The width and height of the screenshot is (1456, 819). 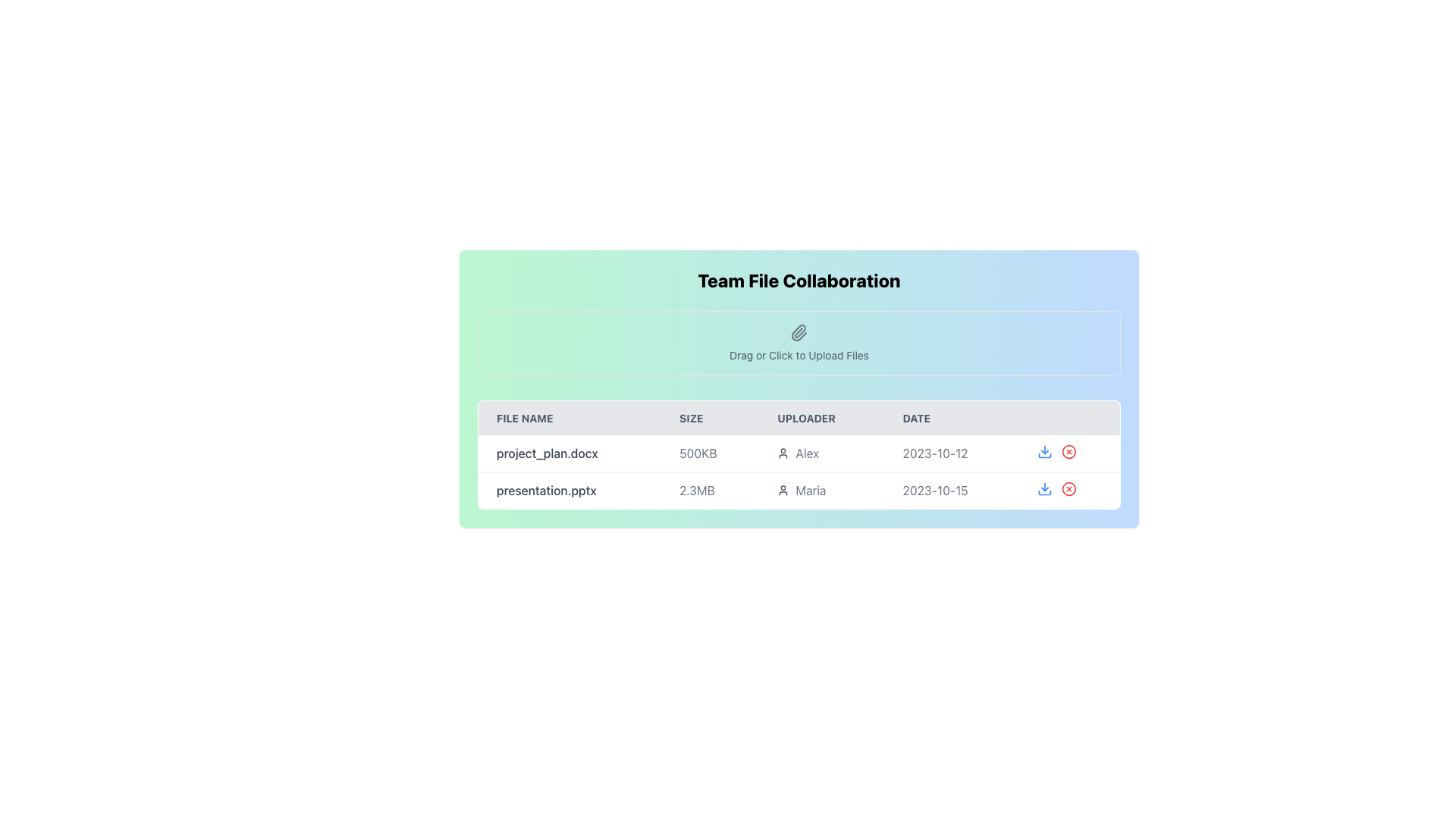 I want to click on the user icon representing 'Alex' who uploaded the file 'project_plan.docx', located in the 'Uploader' column adjacent to the text 'Alex', so click(x=783, y=452).